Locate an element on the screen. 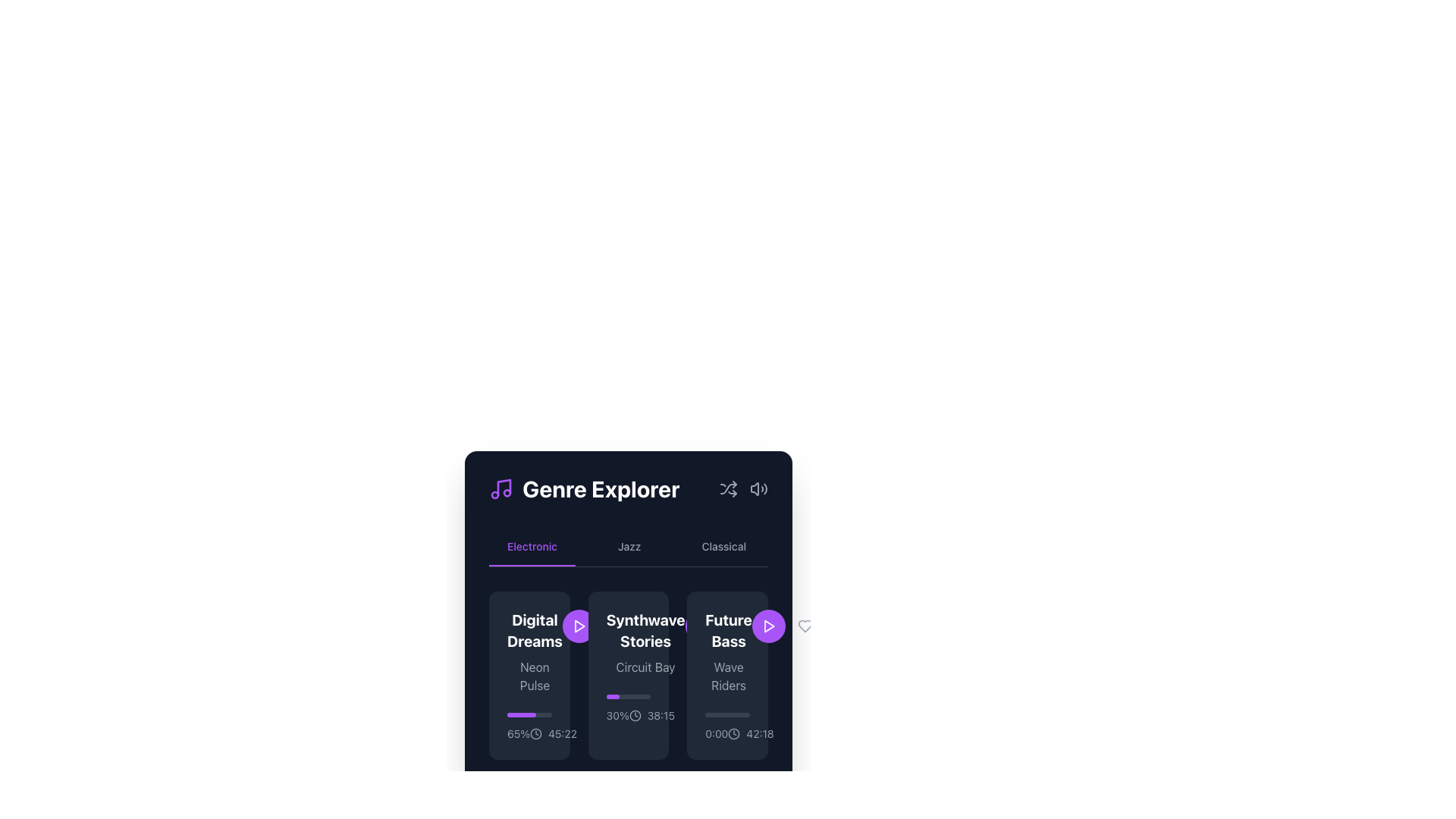 This screenshot has height=819, width=1456. the purple musical note icon located to the left of the 'Genre Explorer' title in the header section of the interface is located at coordinates (501, 488).